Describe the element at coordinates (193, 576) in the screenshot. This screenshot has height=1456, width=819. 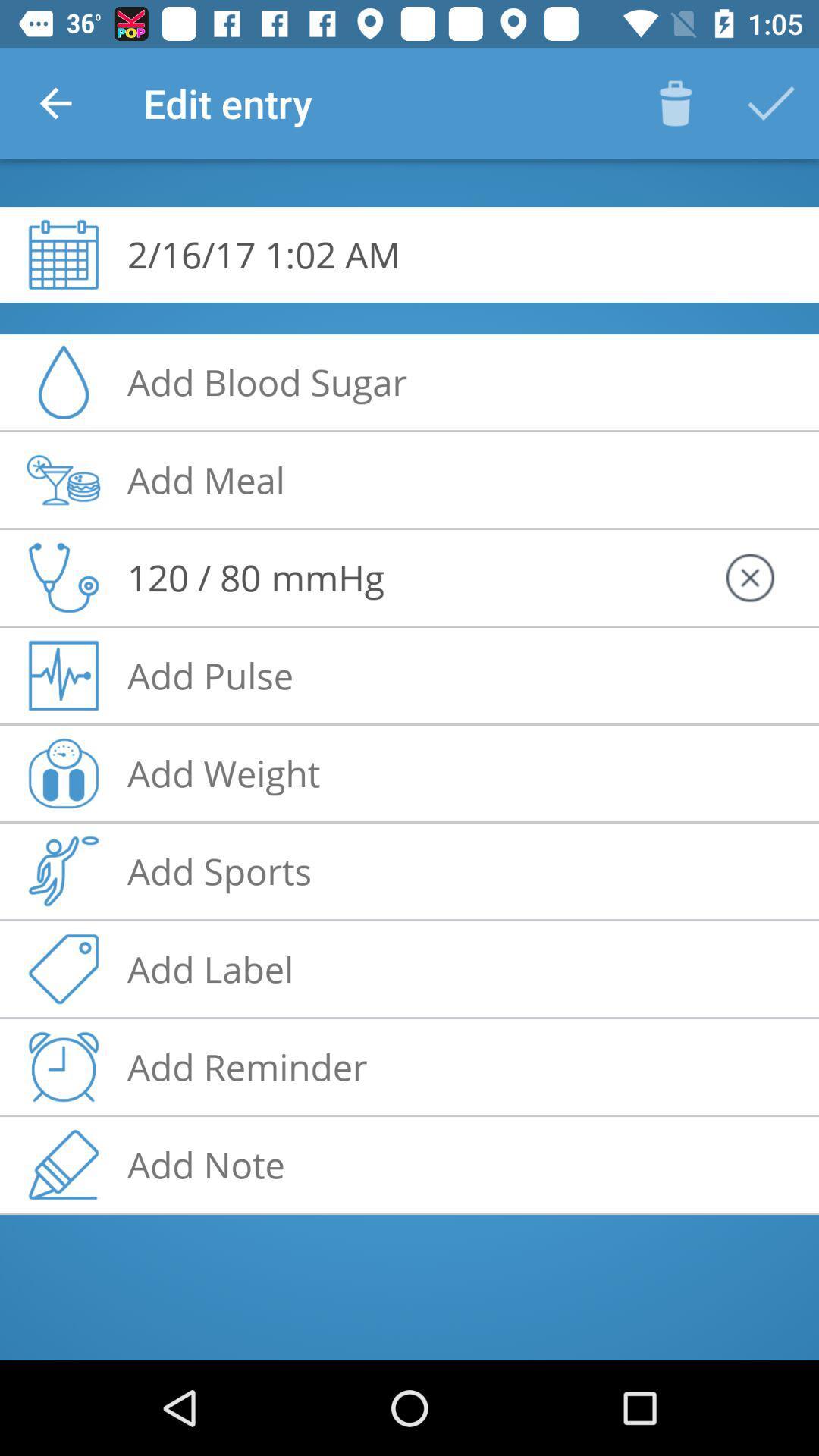
I see `120 / 80 icon` at that location.